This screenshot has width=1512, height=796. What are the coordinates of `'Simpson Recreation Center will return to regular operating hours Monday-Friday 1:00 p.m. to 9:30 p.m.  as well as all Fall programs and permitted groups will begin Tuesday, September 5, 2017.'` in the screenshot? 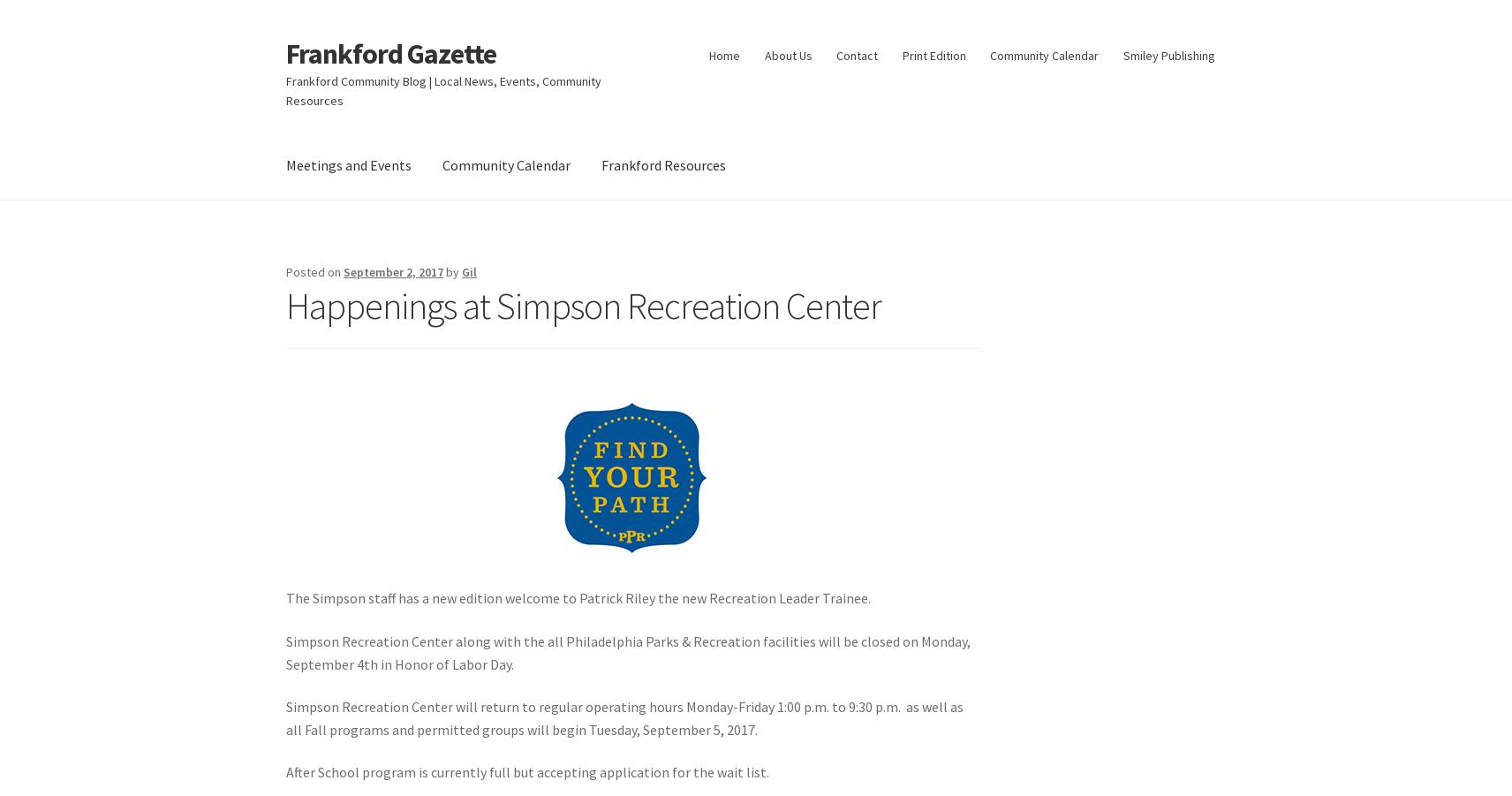 It's located at (624, 717).